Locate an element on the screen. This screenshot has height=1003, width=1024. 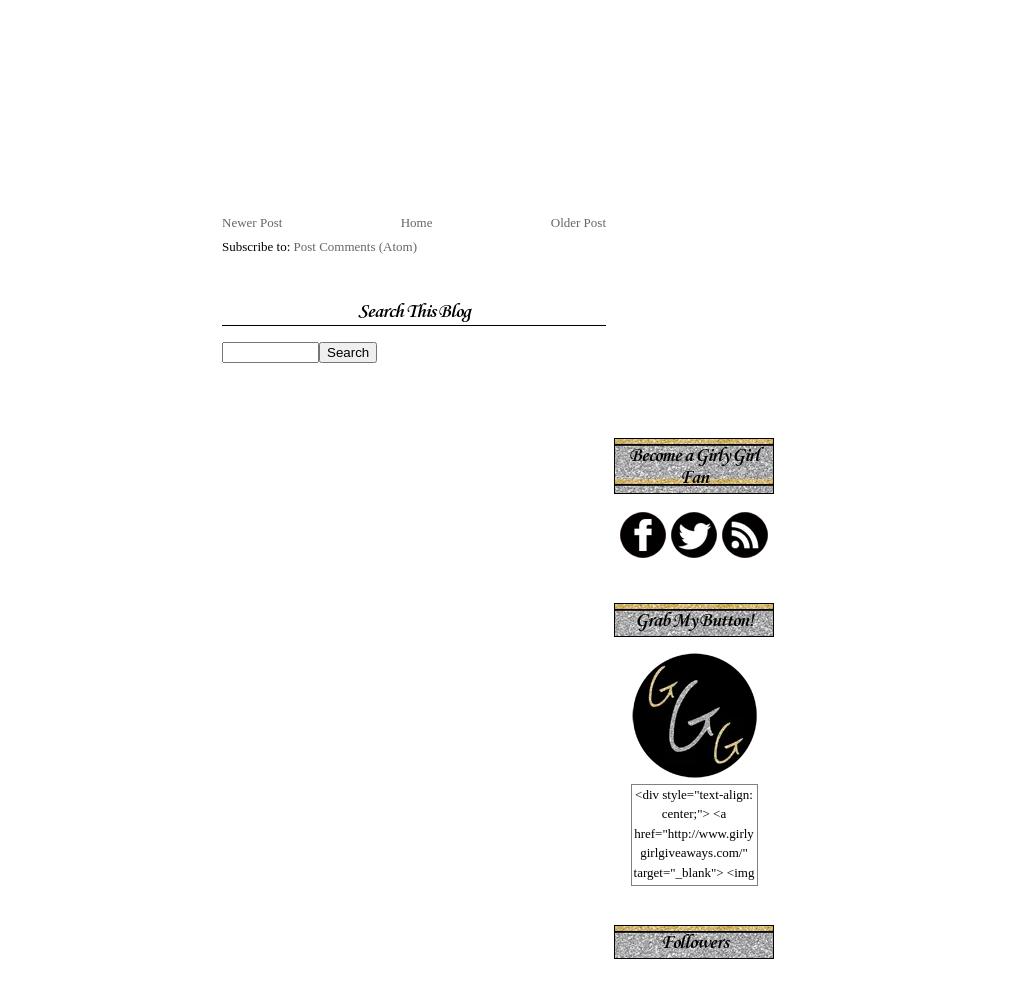
'Subscribe to:' is located at coordinates (221, 245).